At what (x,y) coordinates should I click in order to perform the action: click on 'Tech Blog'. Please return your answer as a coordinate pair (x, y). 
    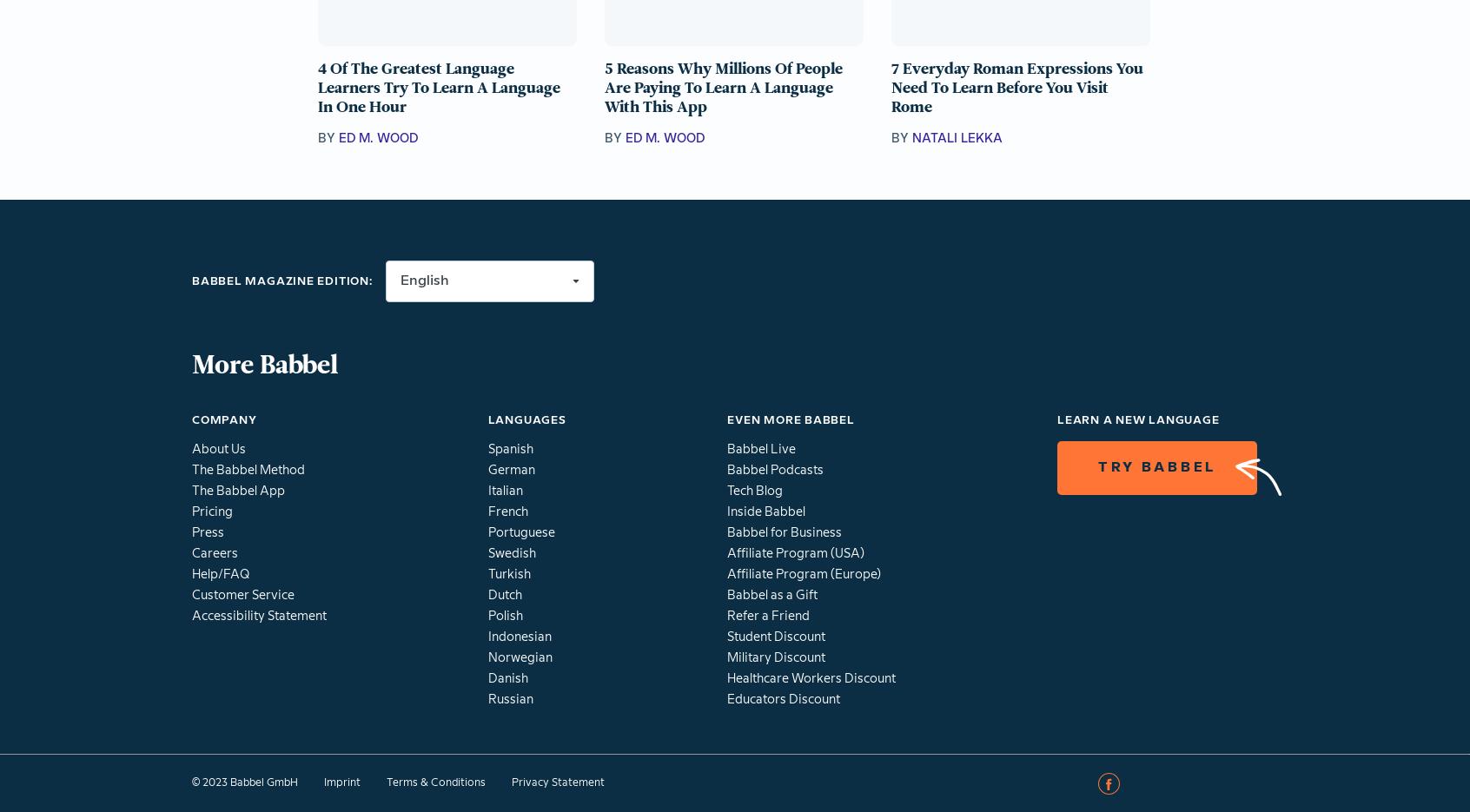
    Looking at the image, I should click on (727, 491).